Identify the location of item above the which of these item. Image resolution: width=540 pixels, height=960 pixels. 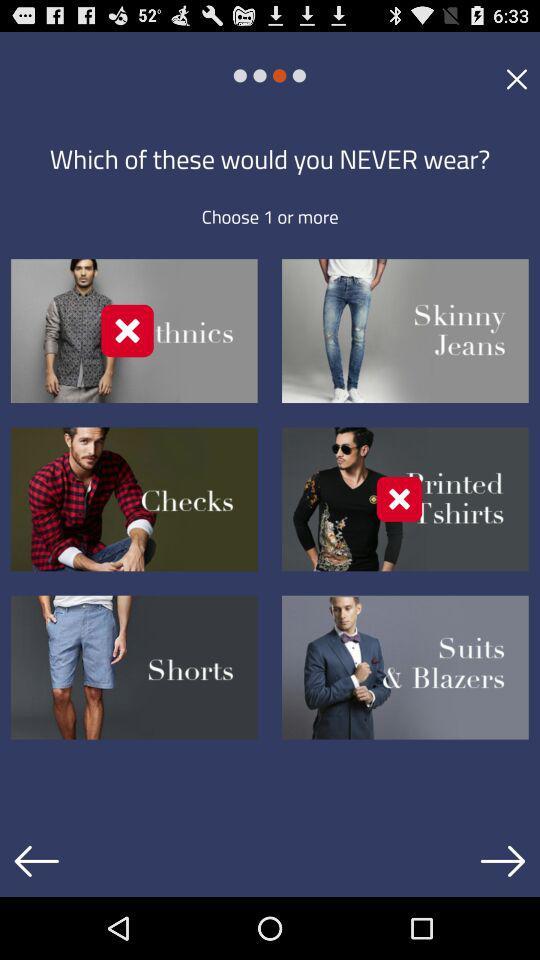
(516, 78).